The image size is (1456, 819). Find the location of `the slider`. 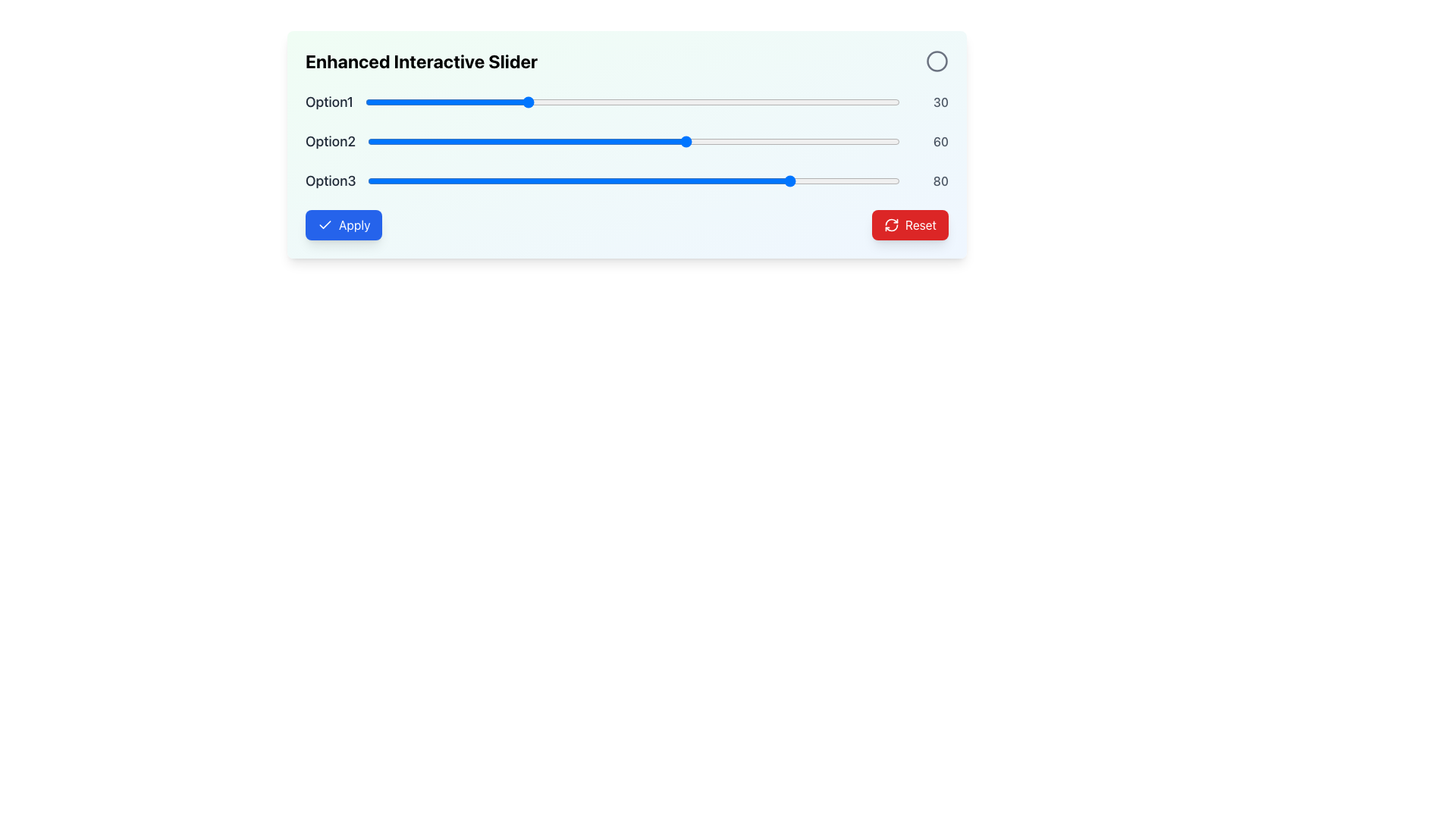

the slider is located at coordinates (591, 180).